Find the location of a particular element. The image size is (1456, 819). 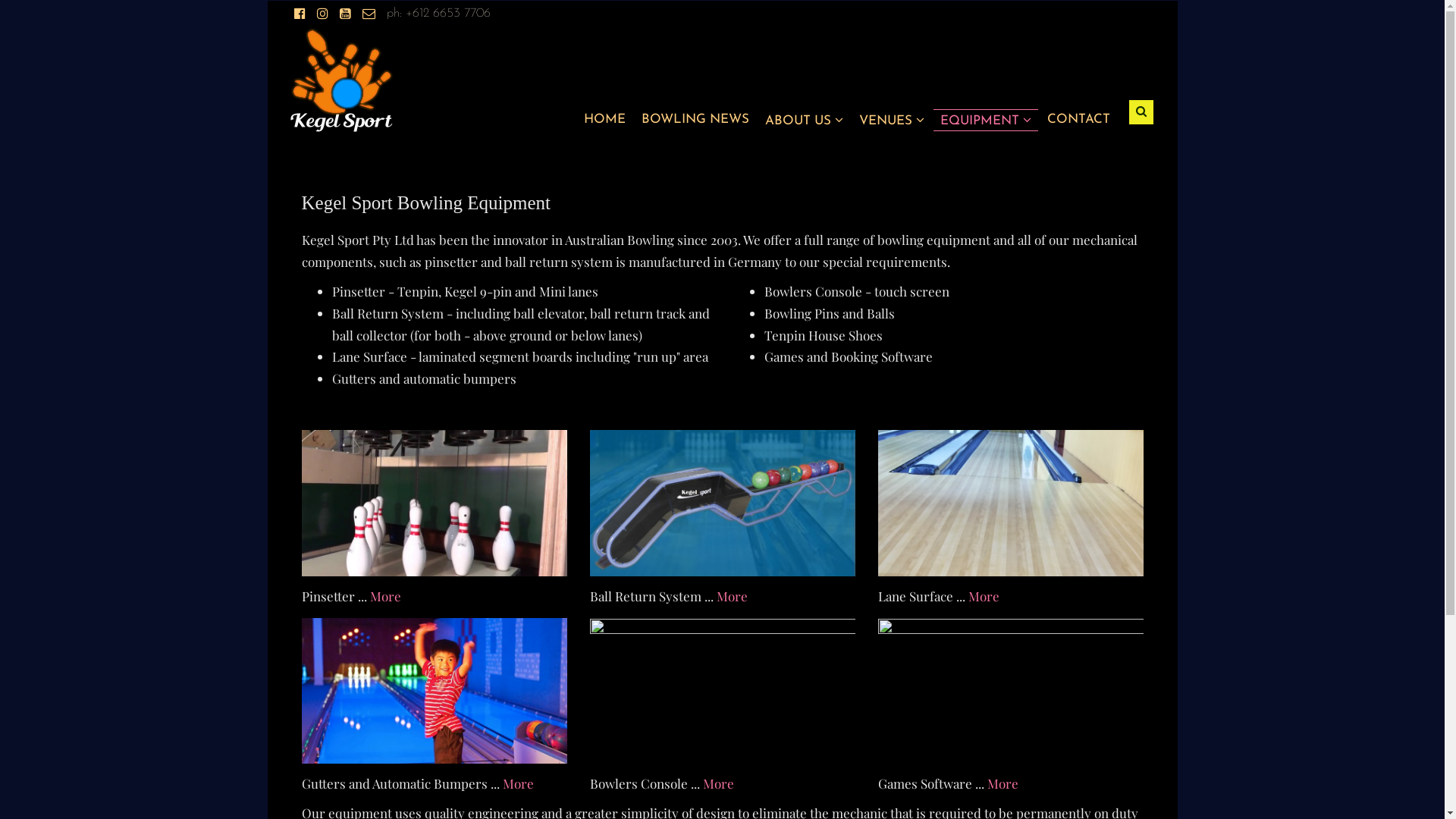

'More' is located at coordinates (717, 783).